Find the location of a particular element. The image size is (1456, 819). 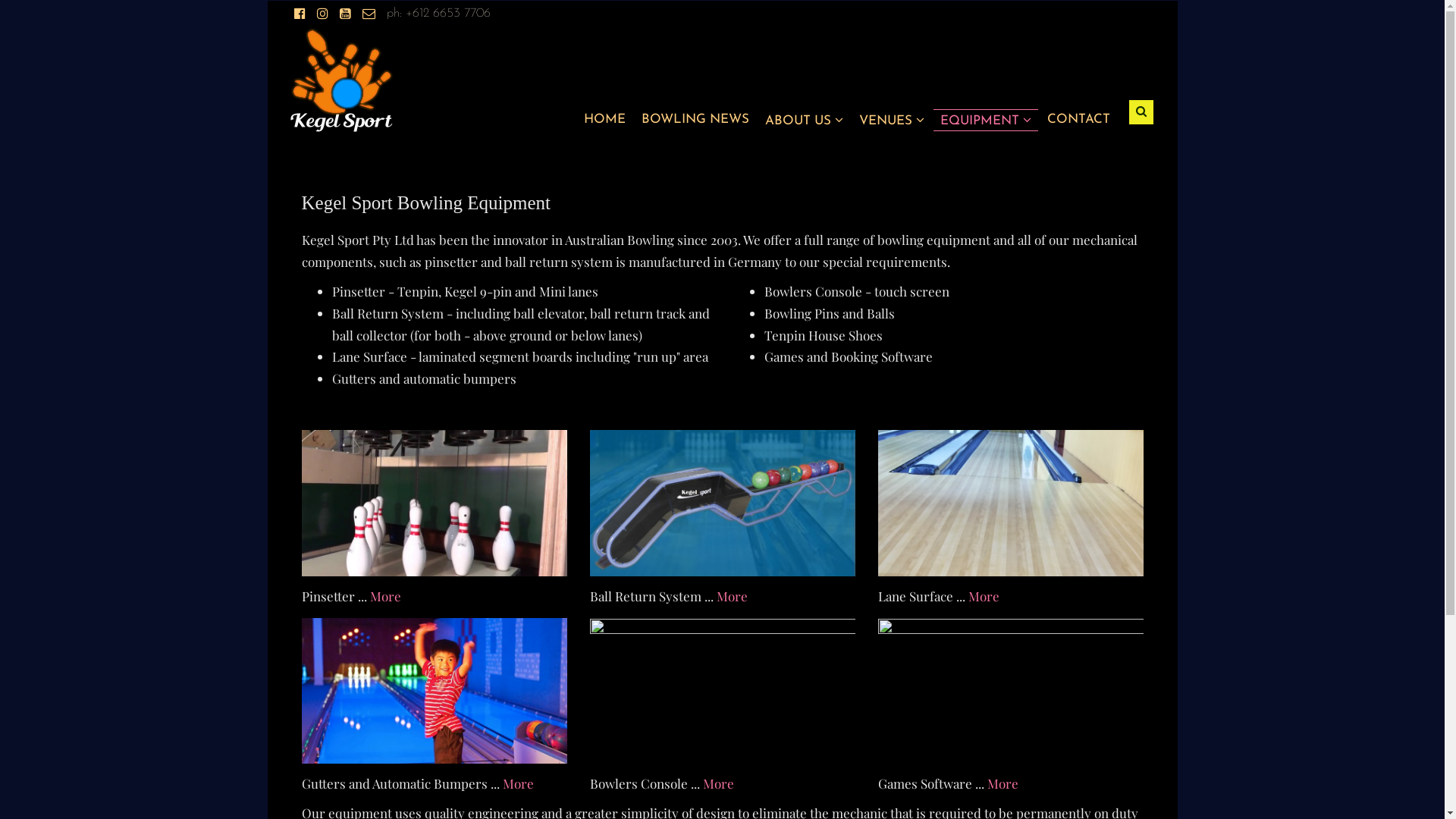

'More' is located at coordinates (717, 783).